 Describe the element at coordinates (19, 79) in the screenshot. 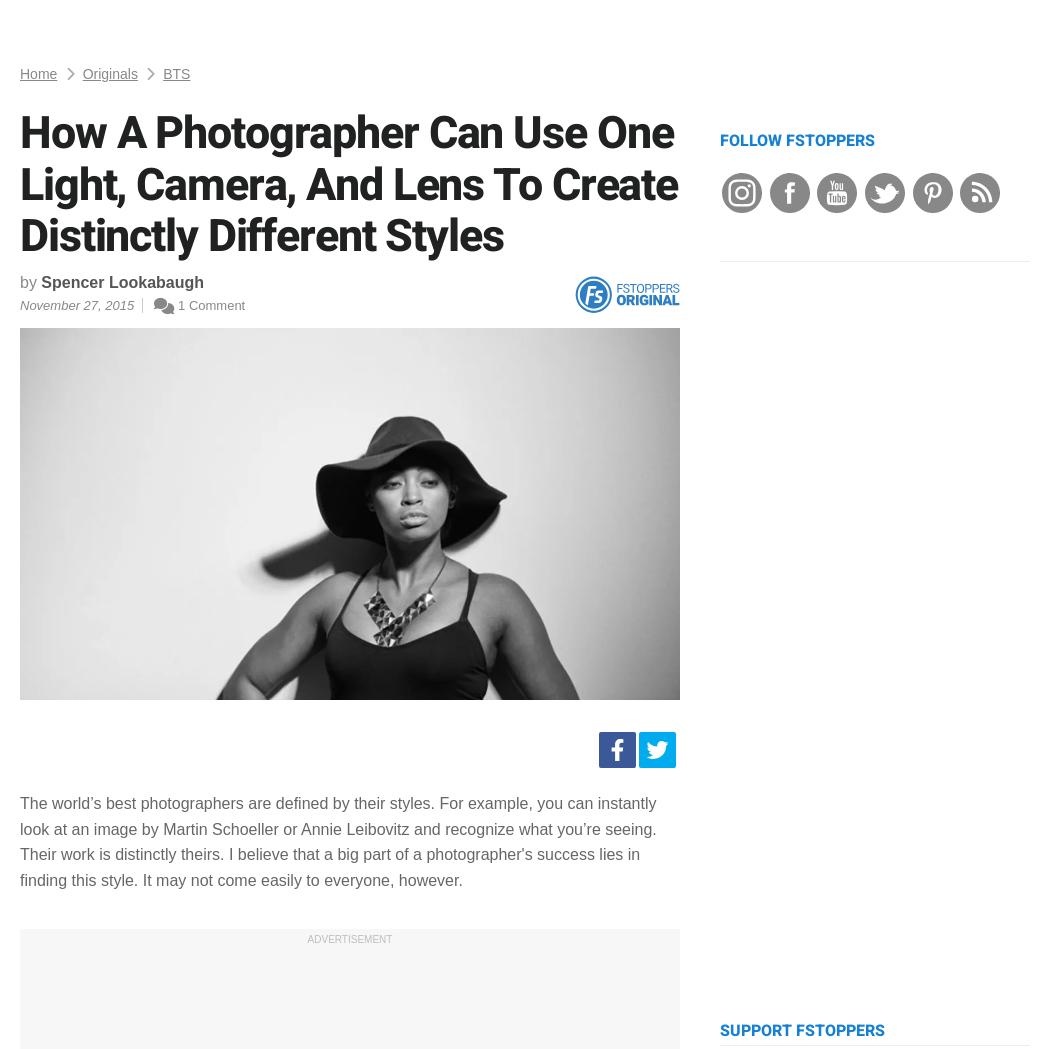

I see `'The model can be found at her'` at that location.